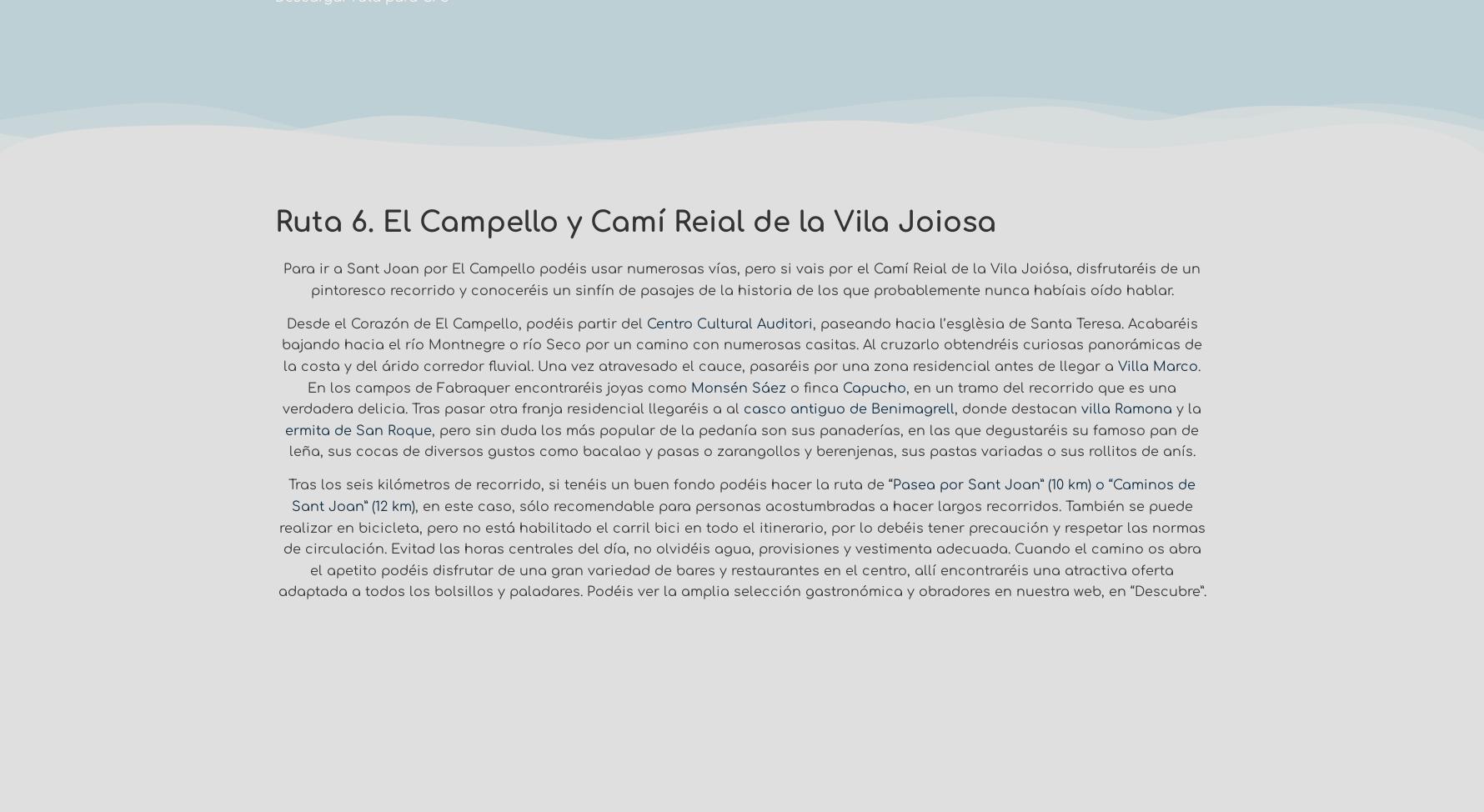 This screenshot has width=1484, height=812. What do you see at coordinates (848, 409) in the screenshot?
I see `'casco antiguo de Benimagrell'` at bounding box center [848, 409].